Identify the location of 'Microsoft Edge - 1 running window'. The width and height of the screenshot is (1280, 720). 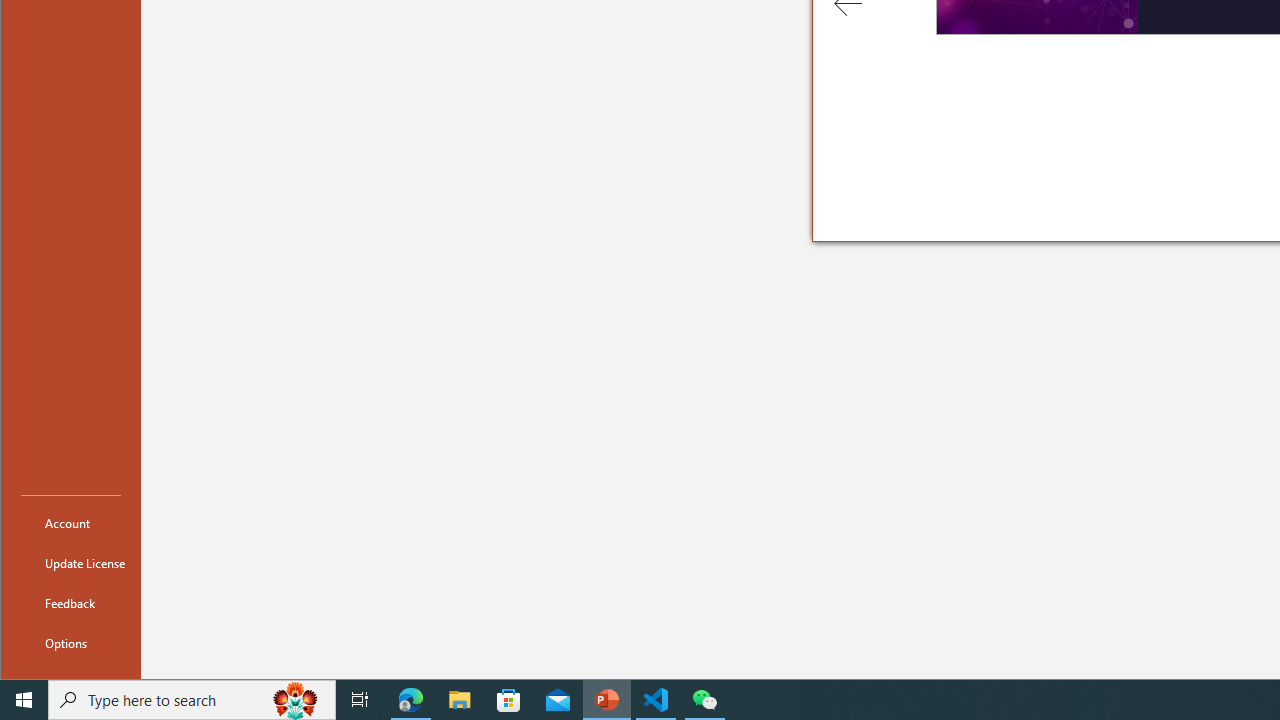
(410, 698).